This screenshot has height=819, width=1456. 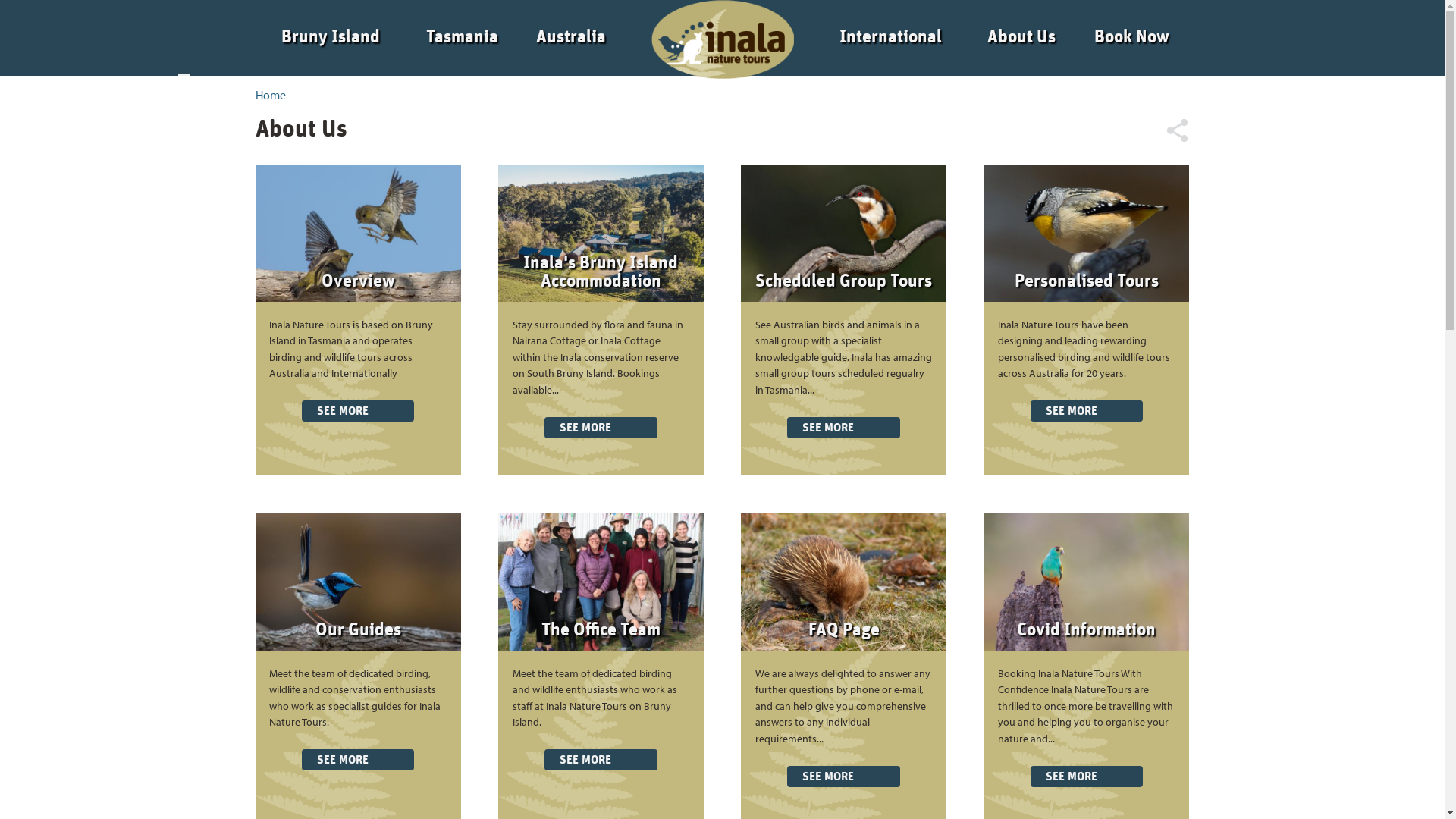 What do you see at coordinates (843, 629) in the screenshot?
I see `'FAQ Page'` at bounding box center [843, 629].